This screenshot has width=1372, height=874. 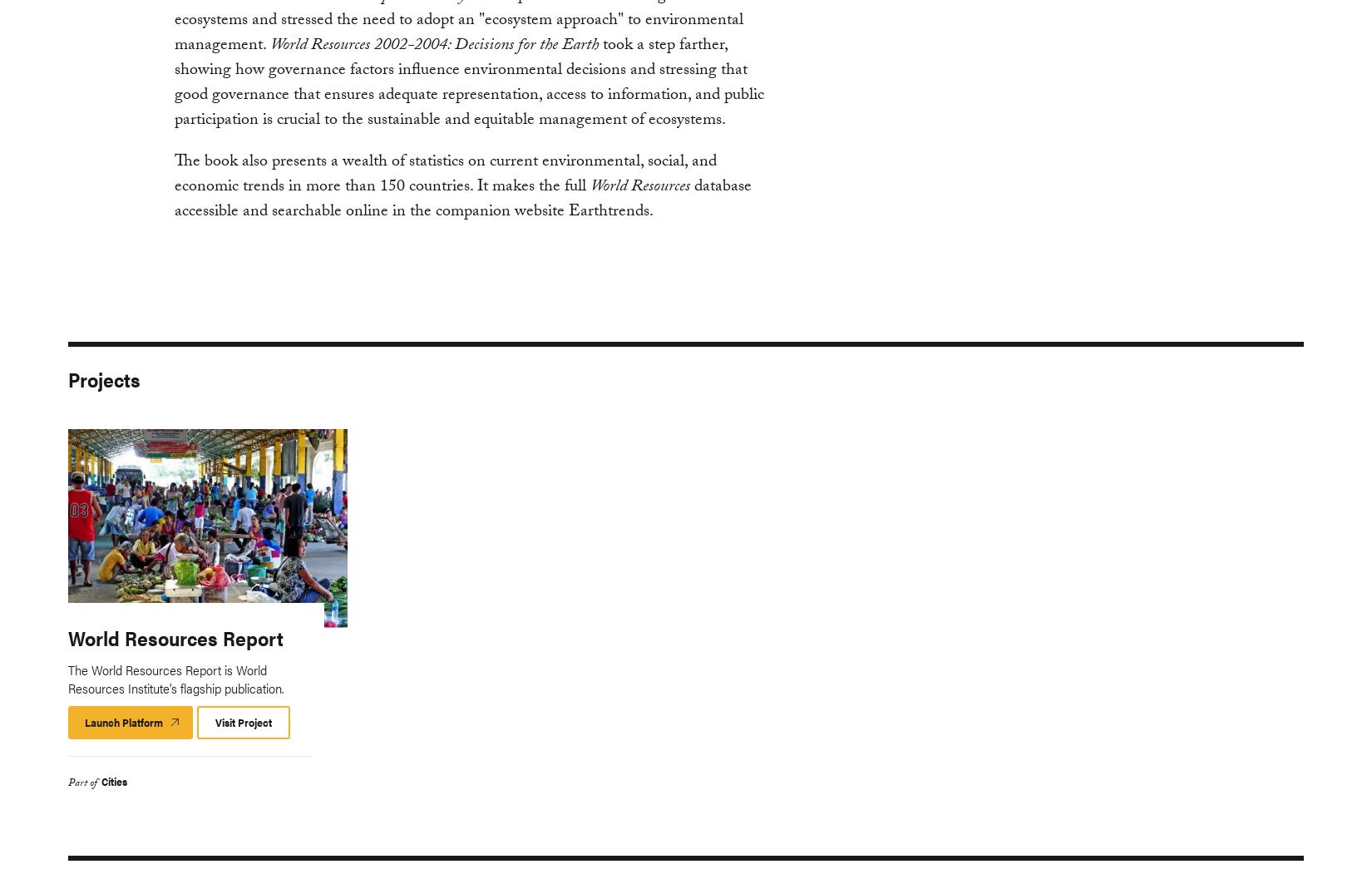 I want to click on 'World Resources Report', so click(x=175, y=636).